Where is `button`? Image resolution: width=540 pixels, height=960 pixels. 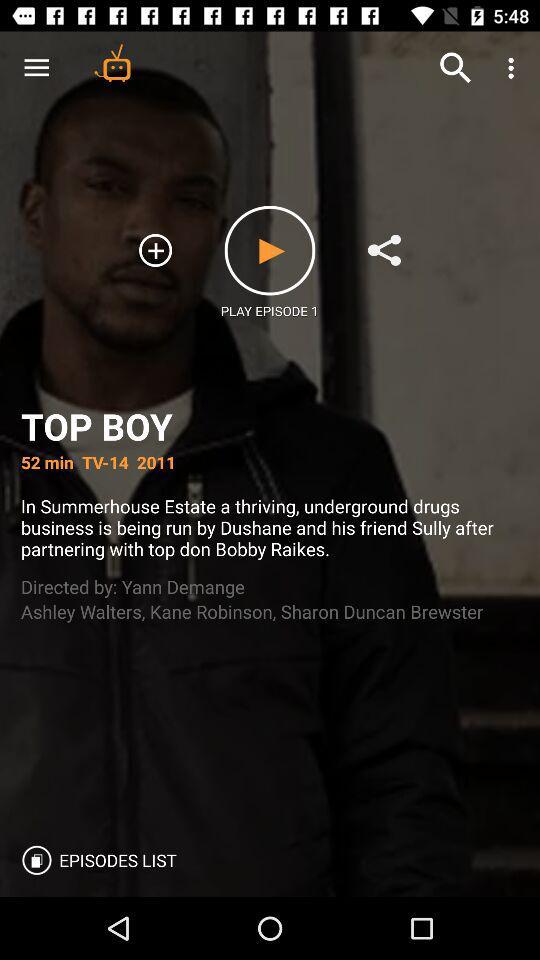
button is located at coordinates (270, 249).